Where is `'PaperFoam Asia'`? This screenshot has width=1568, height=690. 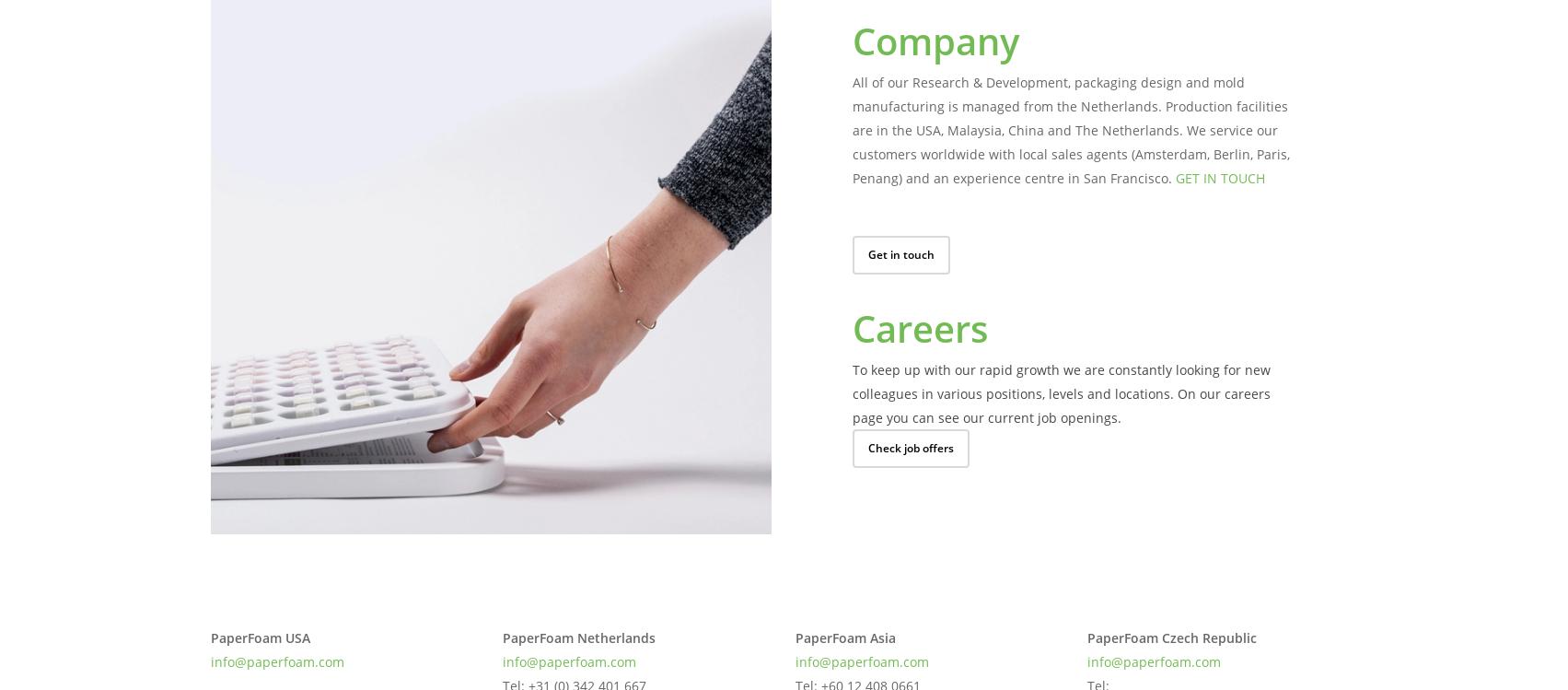 'PaperFoam Asia' is located at coordinates (843, 637).